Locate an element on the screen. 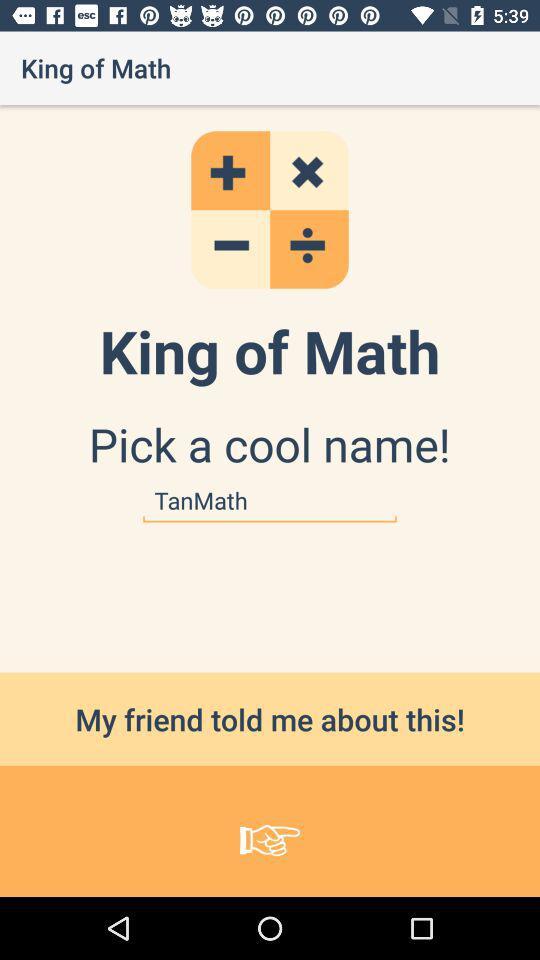 The width and height of the screenshot is (540, 960). the tanmath is located at coordinates (270, 500).